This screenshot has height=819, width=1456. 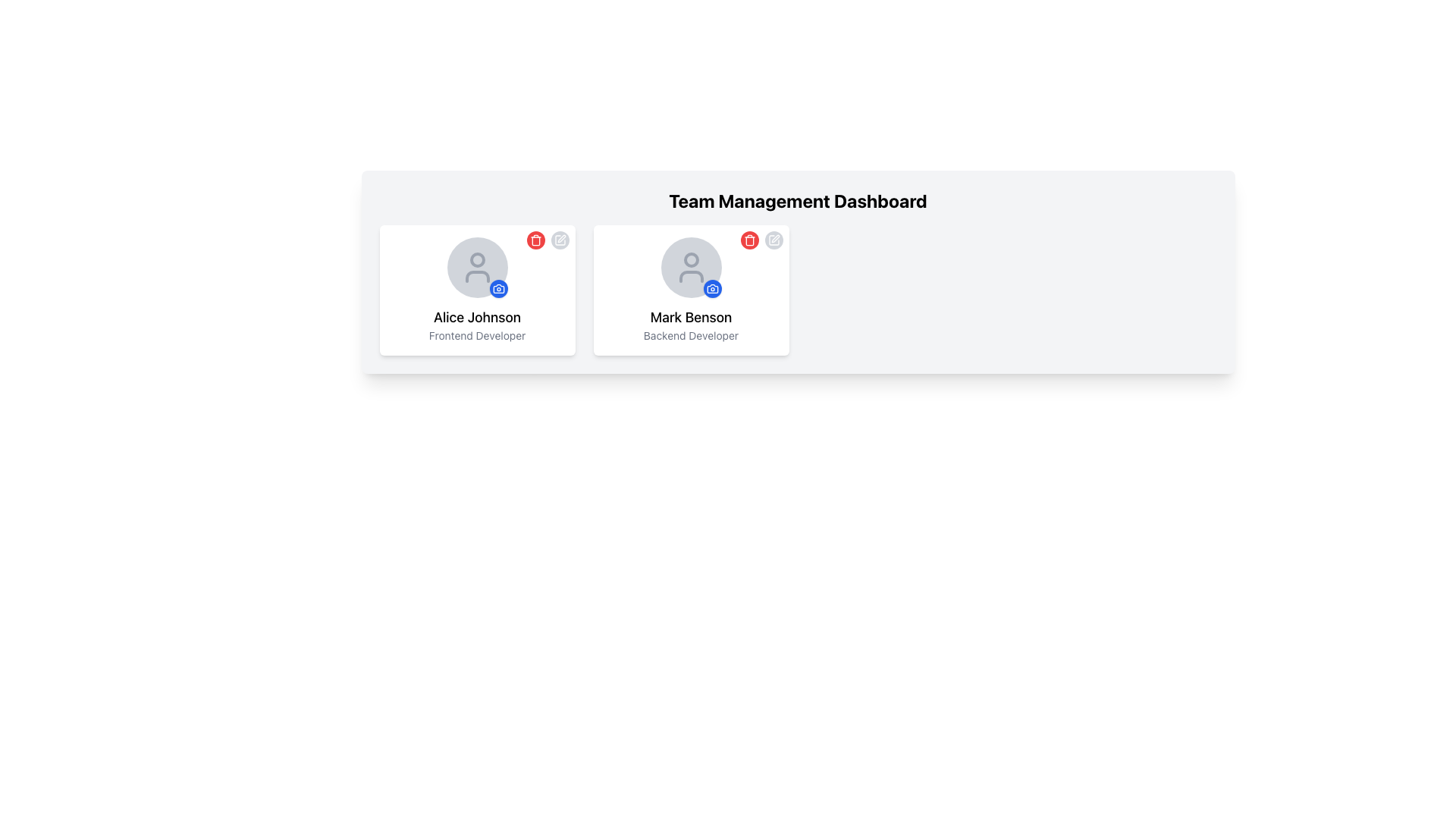 I want to click on the graphical feature depicting the facial detail of Mark Benson's avatar icon located in the upper part of the right user card, so click(x=690, y=259).